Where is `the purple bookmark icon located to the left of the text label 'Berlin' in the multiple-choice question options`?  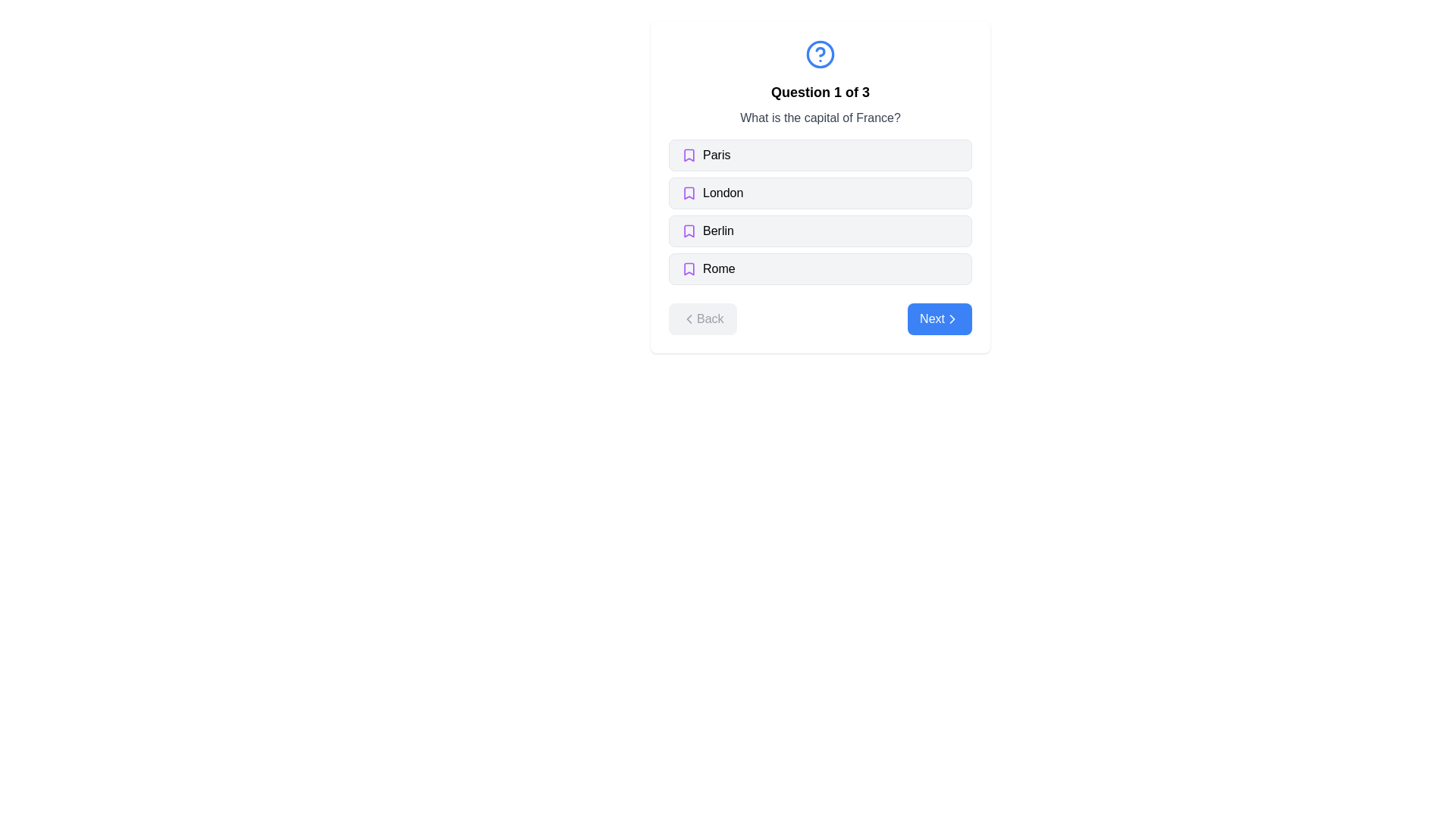
the purple bookmark icon located to the left of the text label 'Berlin' in the multiple-choice question options is located at coordinates (688, 231).